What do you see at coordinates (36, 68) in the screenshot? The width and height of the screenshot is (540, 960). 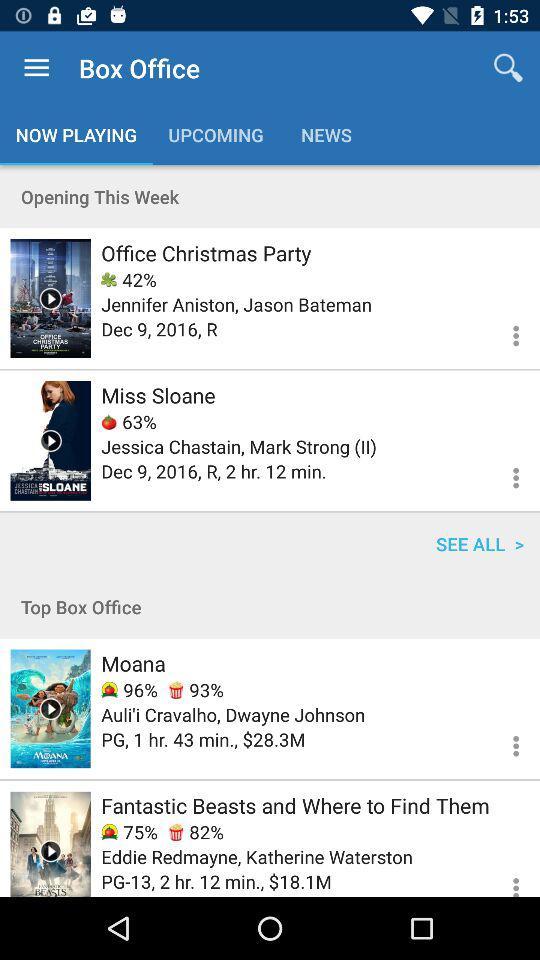 I see `the item above the now playing icon` at bounding box center [36, 68].